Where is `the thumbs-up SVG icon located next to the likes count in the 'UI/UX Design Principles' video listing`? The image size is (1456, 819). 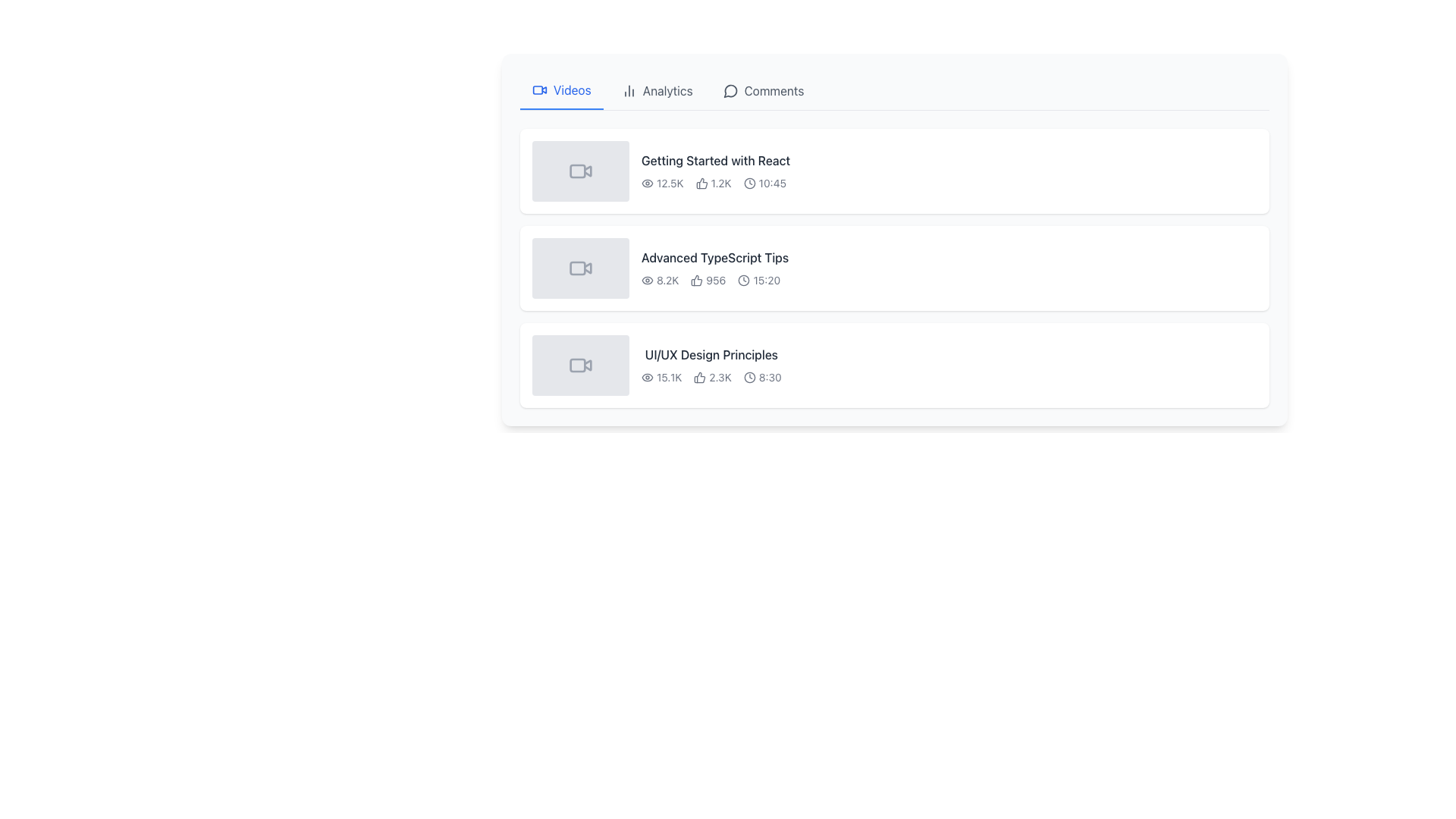
the thumbs-up SVG icon located next to the likes count in the 'UI/UX Design Principles' video listing is located at coordinates (699, 376).